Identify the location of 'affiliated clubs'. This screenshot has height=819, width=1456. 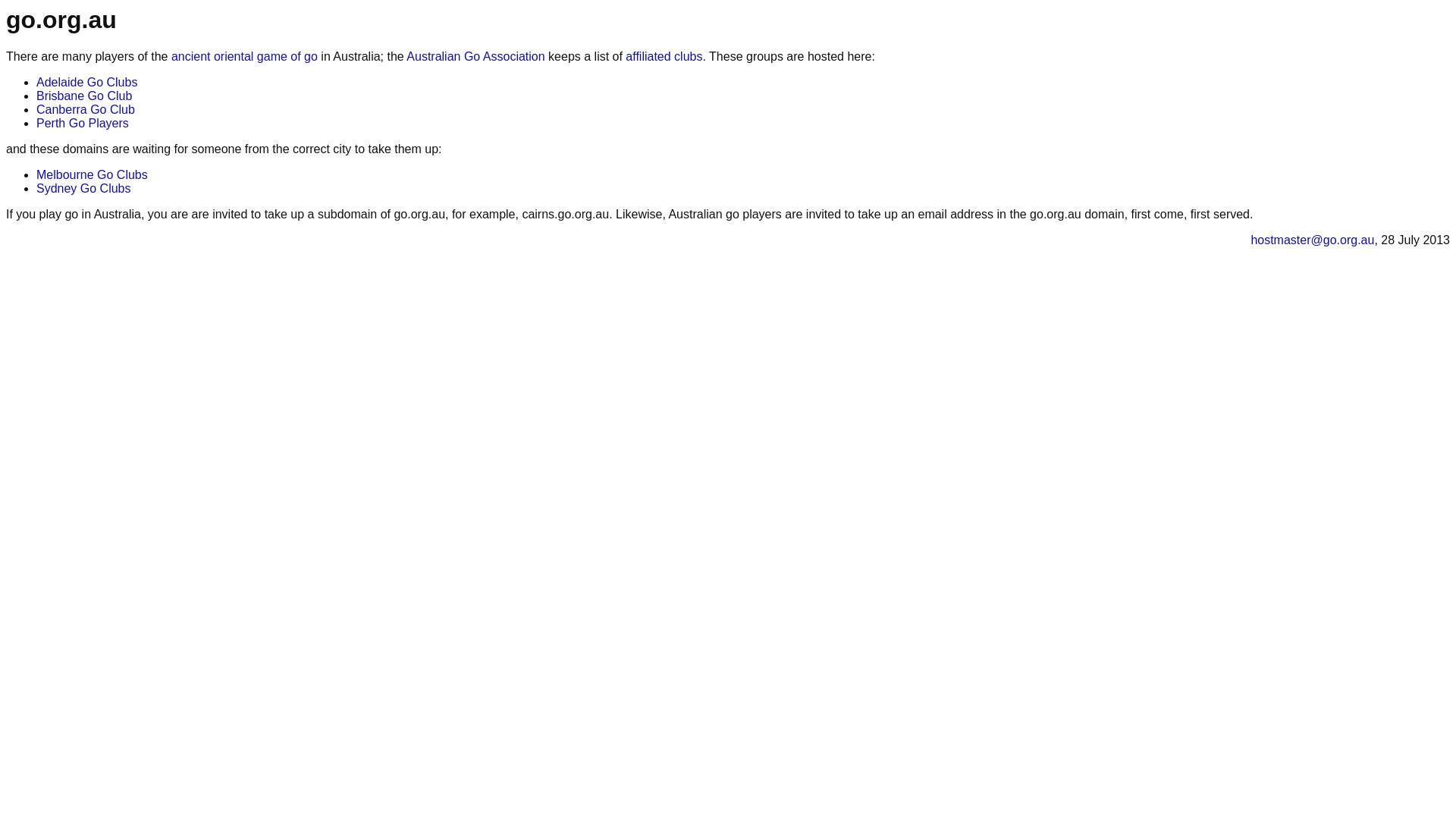
(664, 55).